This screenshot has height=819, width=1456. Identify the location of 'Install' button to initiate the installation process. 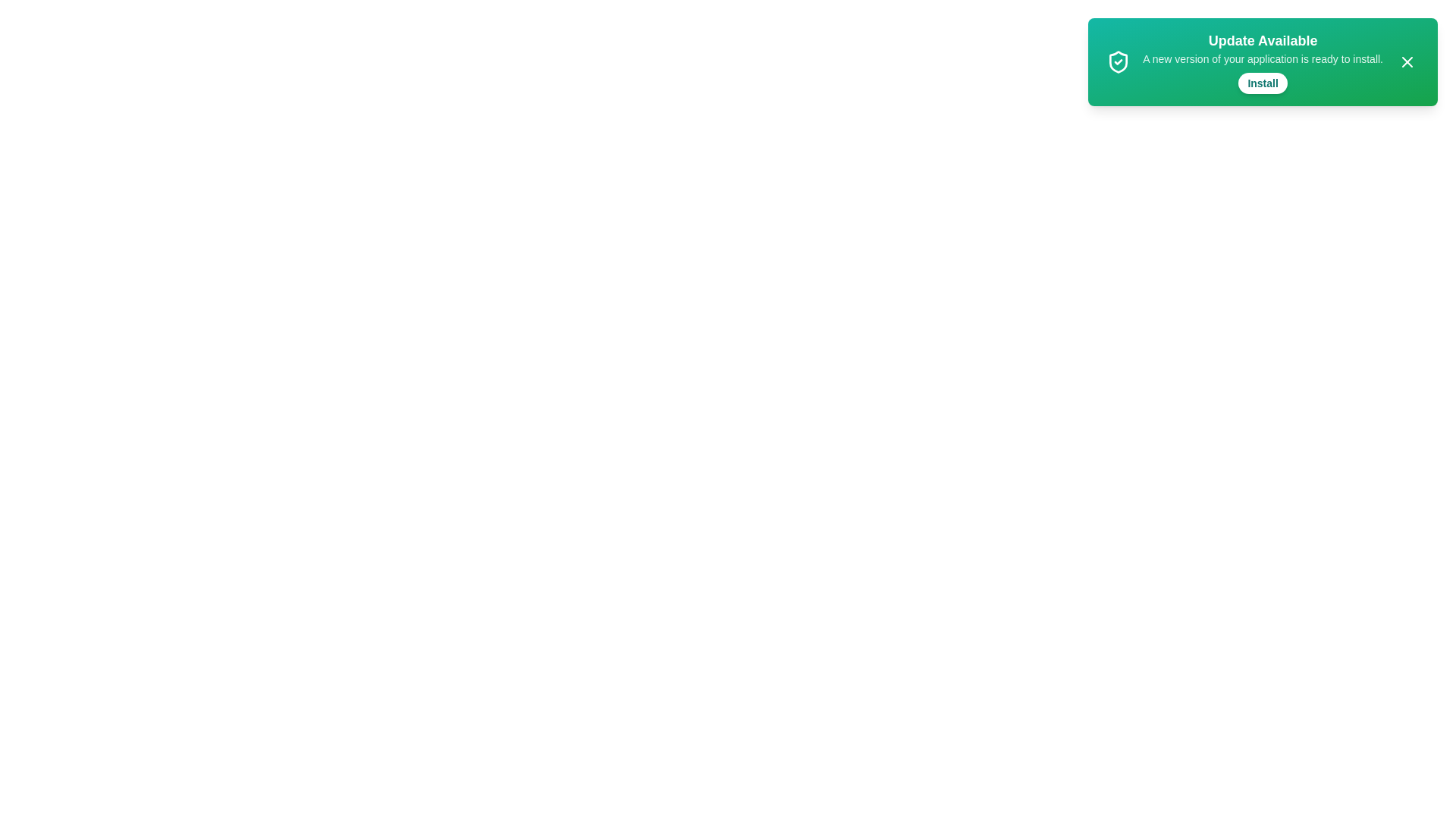
(1263, 83).